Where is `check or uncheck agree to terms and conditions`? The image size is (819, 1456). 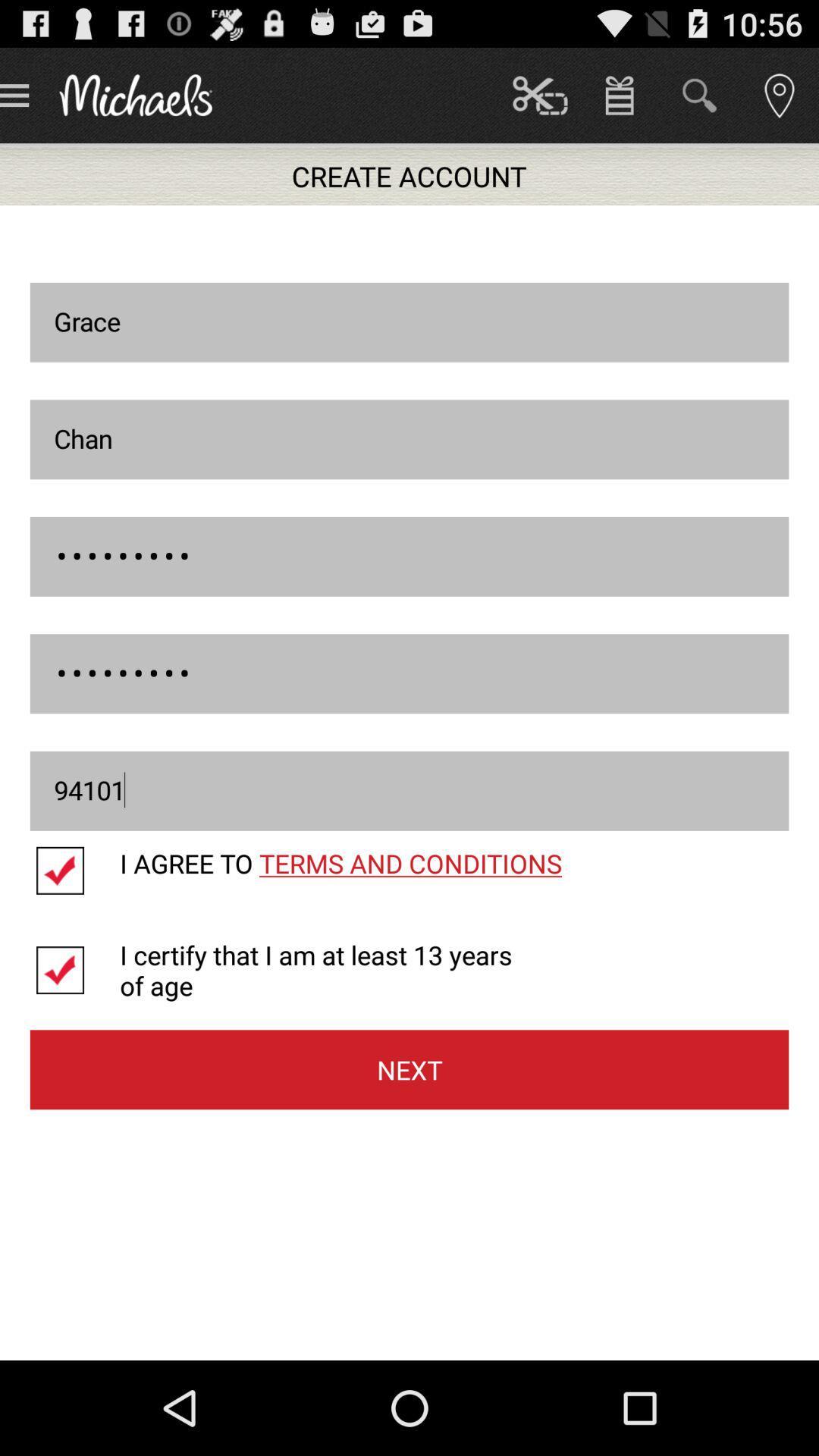
check or uncheck agree to terms and conditions is located at coordinates (75, 871).